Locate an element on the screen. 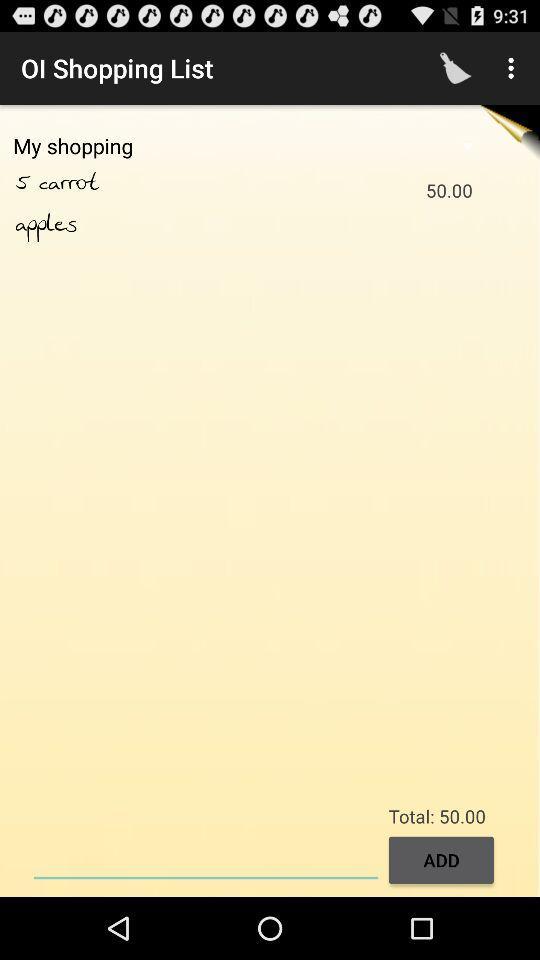 This screenshot has height=960, width=540. item below my shopping is located at coordinates (26, 183).